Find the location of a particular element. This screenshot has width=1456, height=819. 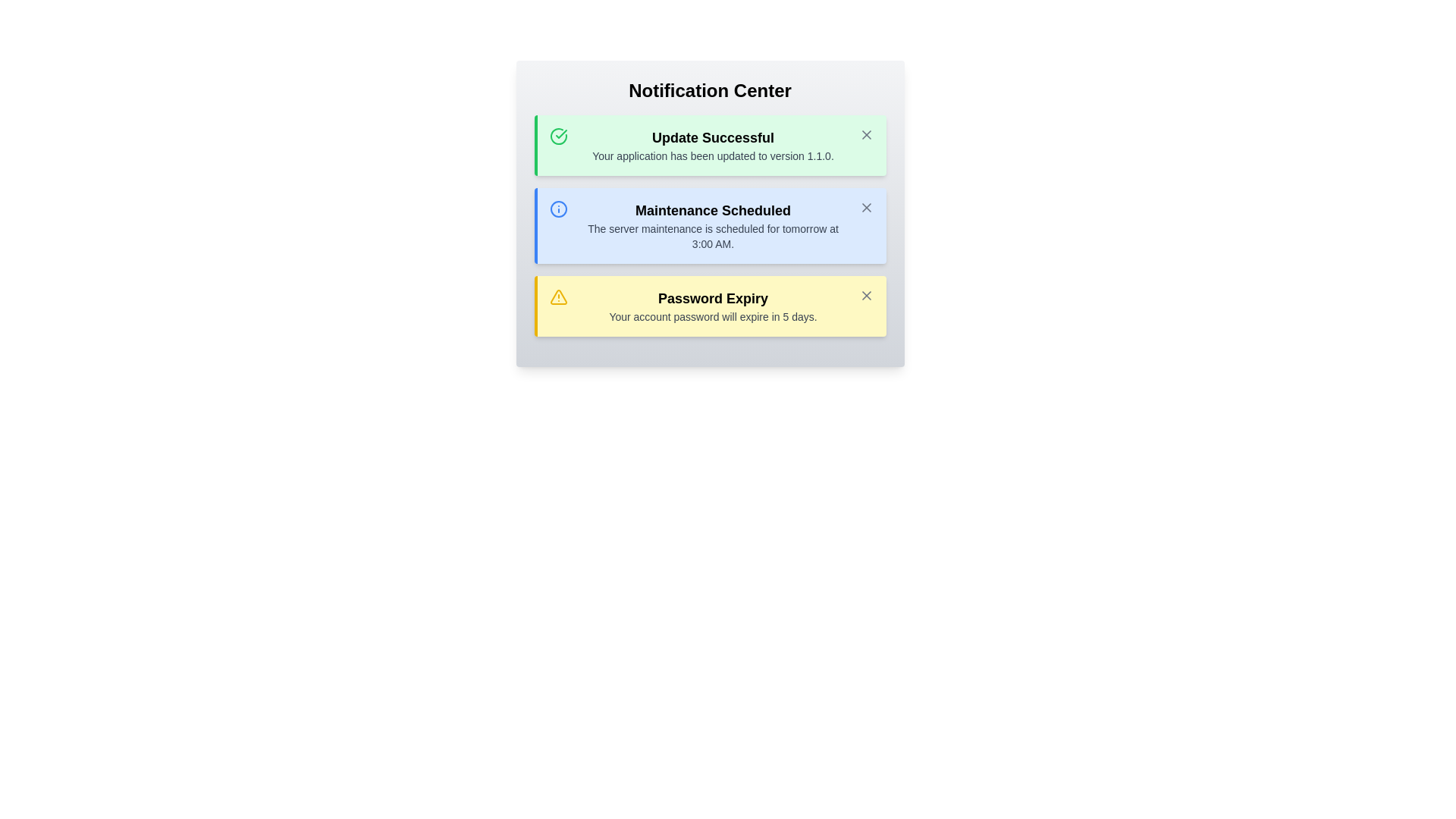

the green circular icon with a checkmark in its center, located at the top-left corner of the 'Update Successful' notification box is located at coordinates (557, 136).